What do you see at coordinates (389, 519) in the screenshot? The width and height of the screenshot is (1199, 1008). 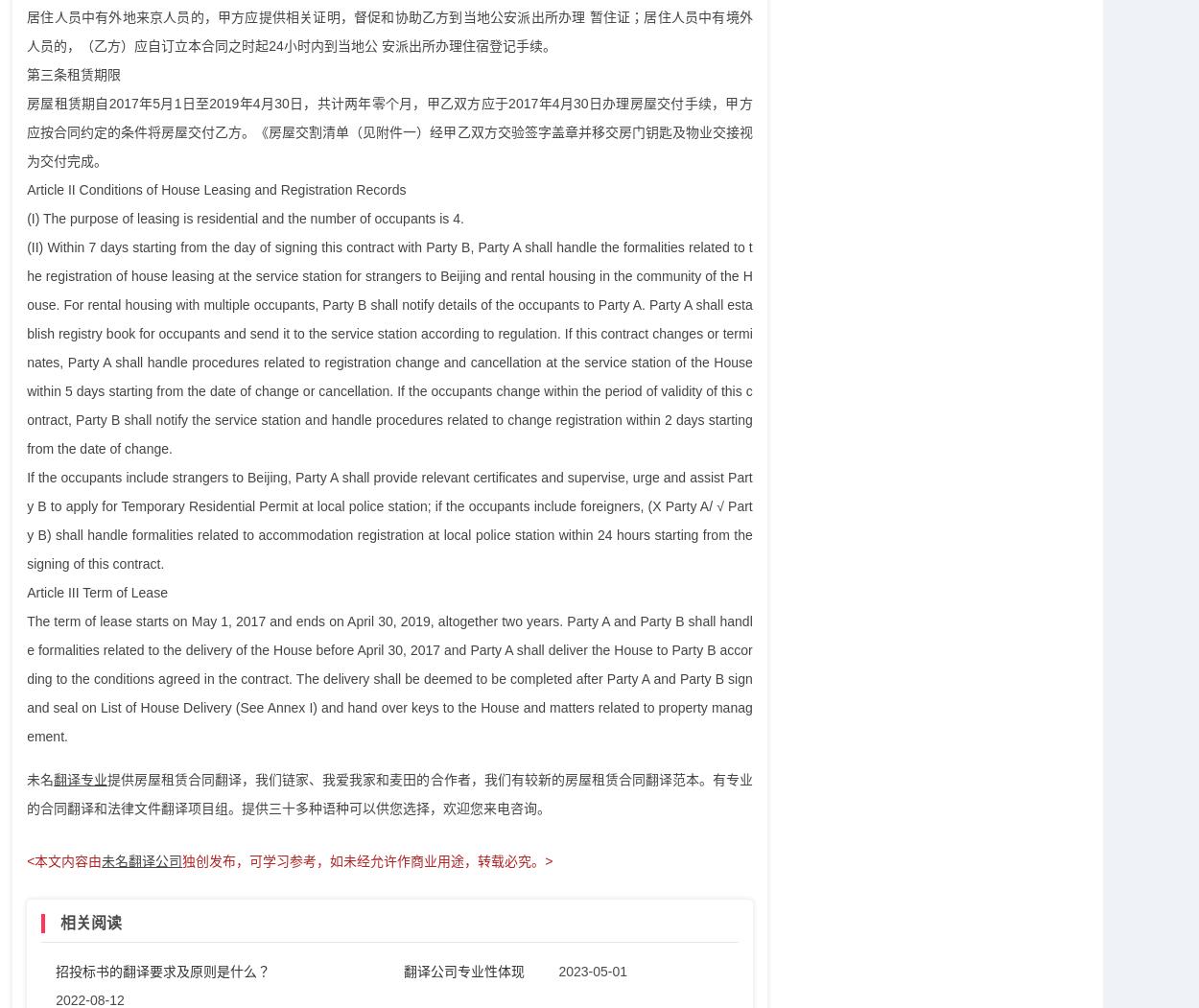 I see `'If the 
occupants include strangers to Beijing, Party A shall provide relevant 
certificates and supervise, urge and assist Party B to apply for 
Temporary Residential Permit at local police station; if the occupants 
include foreigners, (X Party A/ √ Party B) shall handle formalities 
related to accommodation registration at local police station within 24 
hours starting from the signing of this contract.'` at bounding box center [389, 519].